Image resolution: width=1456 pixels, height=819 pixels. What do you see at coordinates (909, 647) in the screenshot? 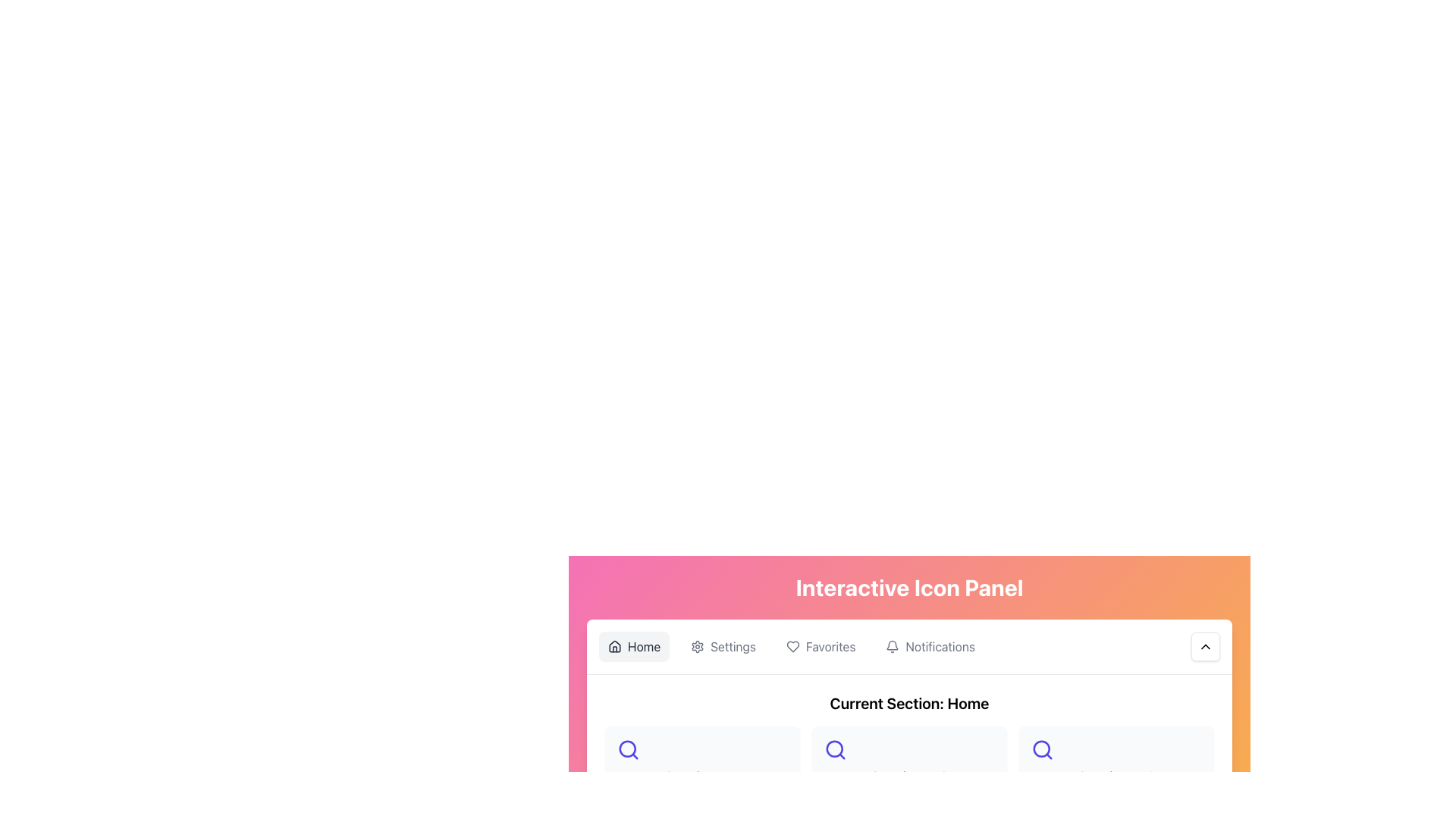
I see `the 'Notifications' button on the navigation bar located beneath the 'Interactive Icon Panel'` at bounding box center [909, 647].